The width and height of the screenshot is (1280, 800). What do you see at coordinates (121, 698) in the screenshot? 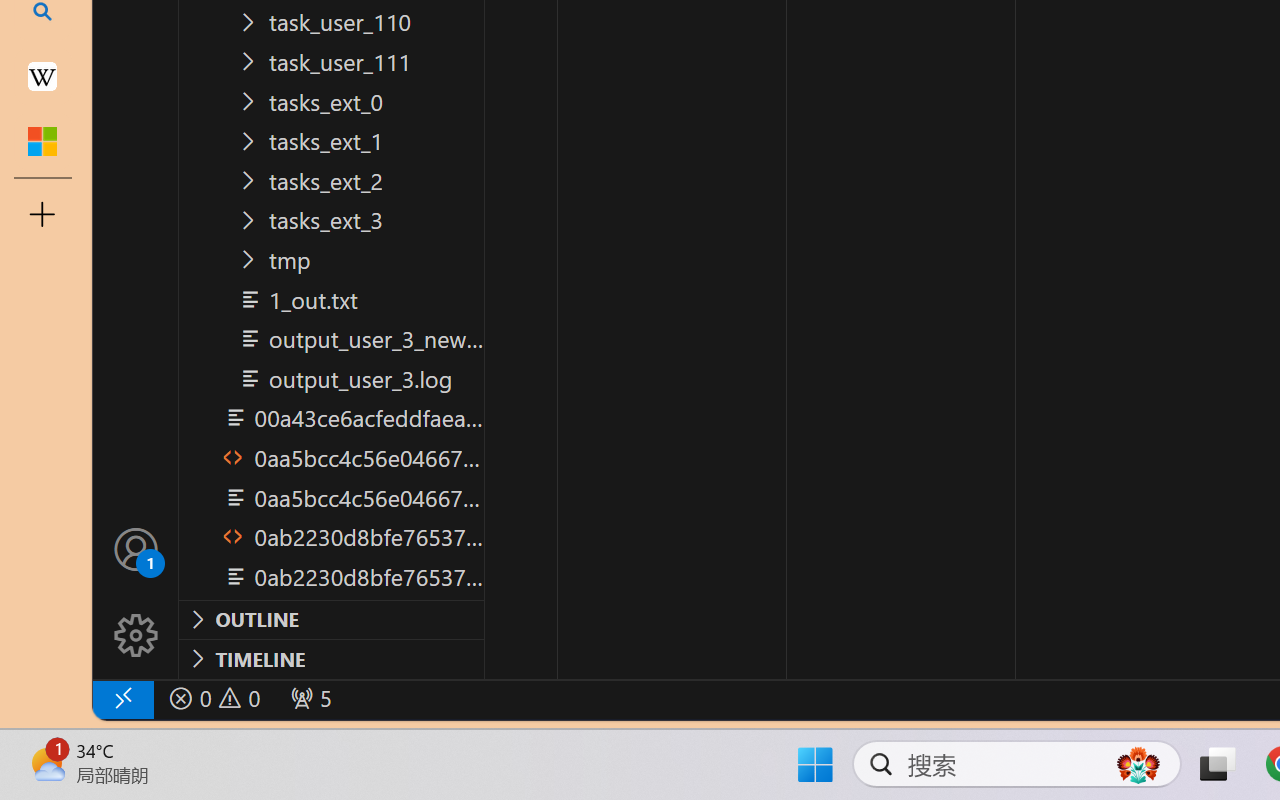
I see `'remote'` at bounding box center [121, 698].